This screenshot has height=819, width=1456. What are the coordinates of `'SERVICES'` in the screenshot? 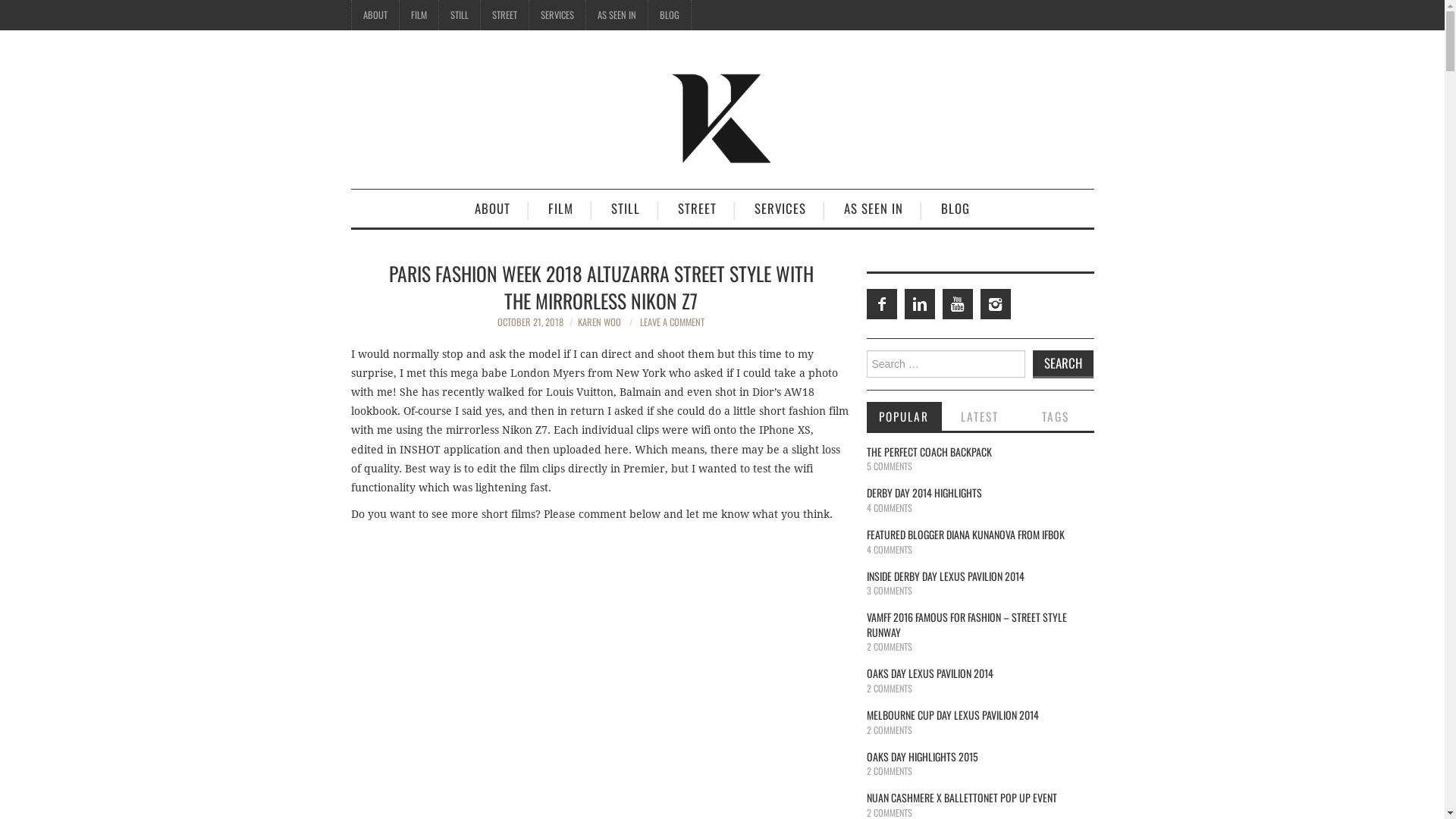 It's located at (780, 208).